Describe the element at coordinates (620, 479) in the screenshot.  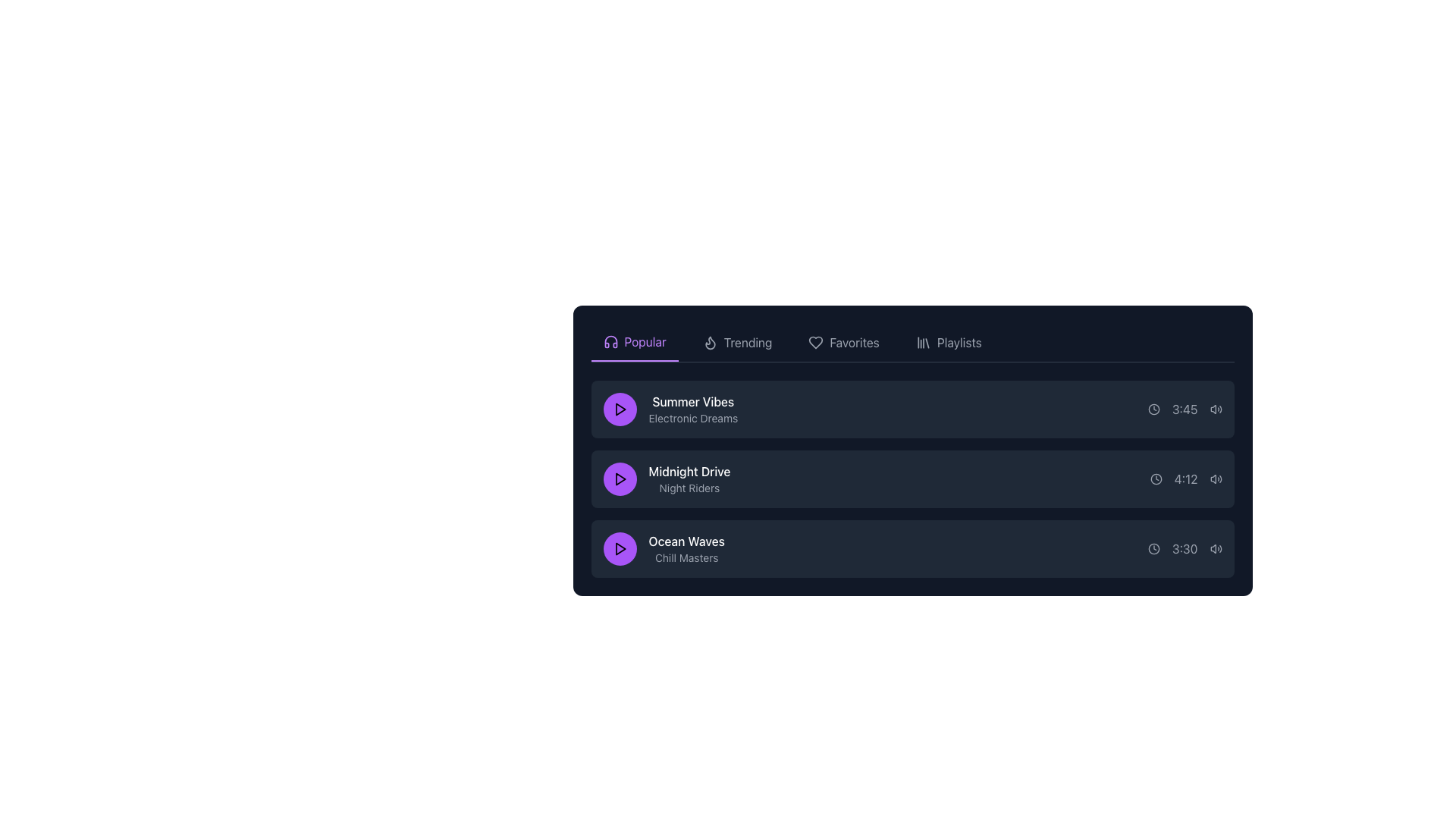
I see `the second play button for the 'Midnight Drive' track` at that location.